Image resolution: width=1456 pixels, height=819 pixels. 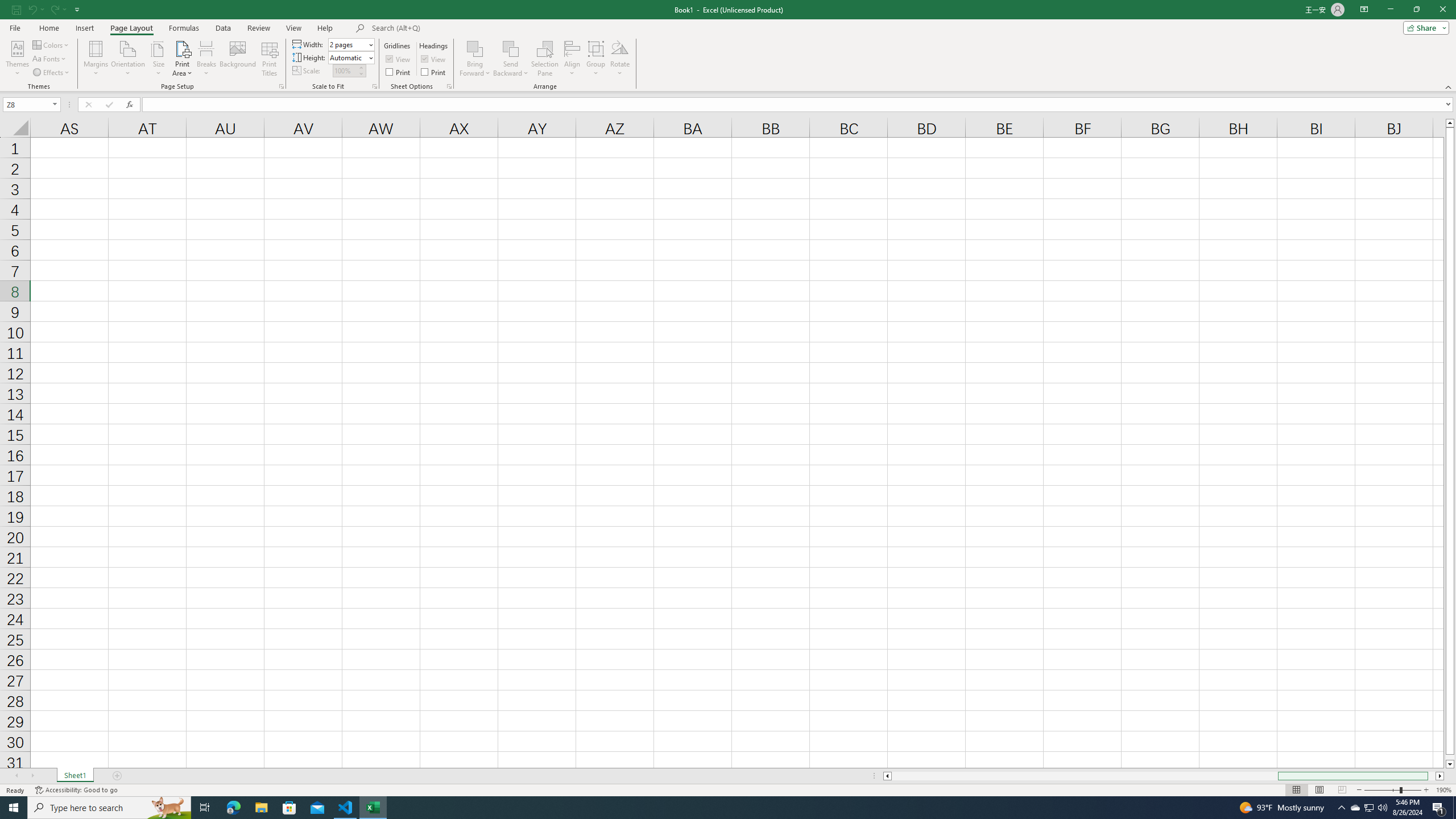 What do you see at coordinates (51, 44) in the screenshot?
I see `'Colors'` at bounding box center [51, 44].